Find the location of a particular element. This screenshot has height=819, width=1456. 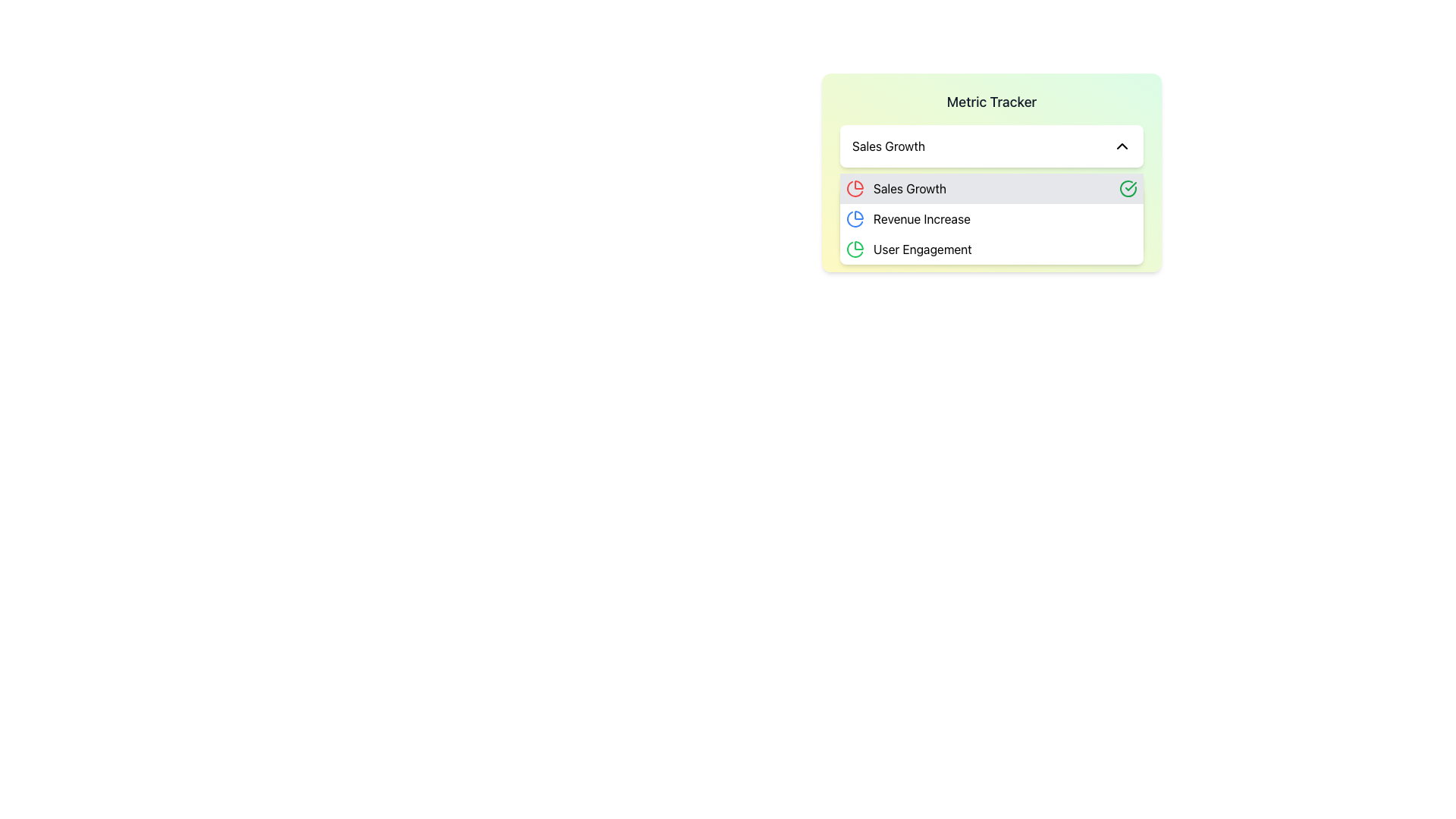

the icon indicating the active or selected status within the 'Sales Growth' dropdown menu under the Metric Tracker section is located at coordinates (1131, 186).